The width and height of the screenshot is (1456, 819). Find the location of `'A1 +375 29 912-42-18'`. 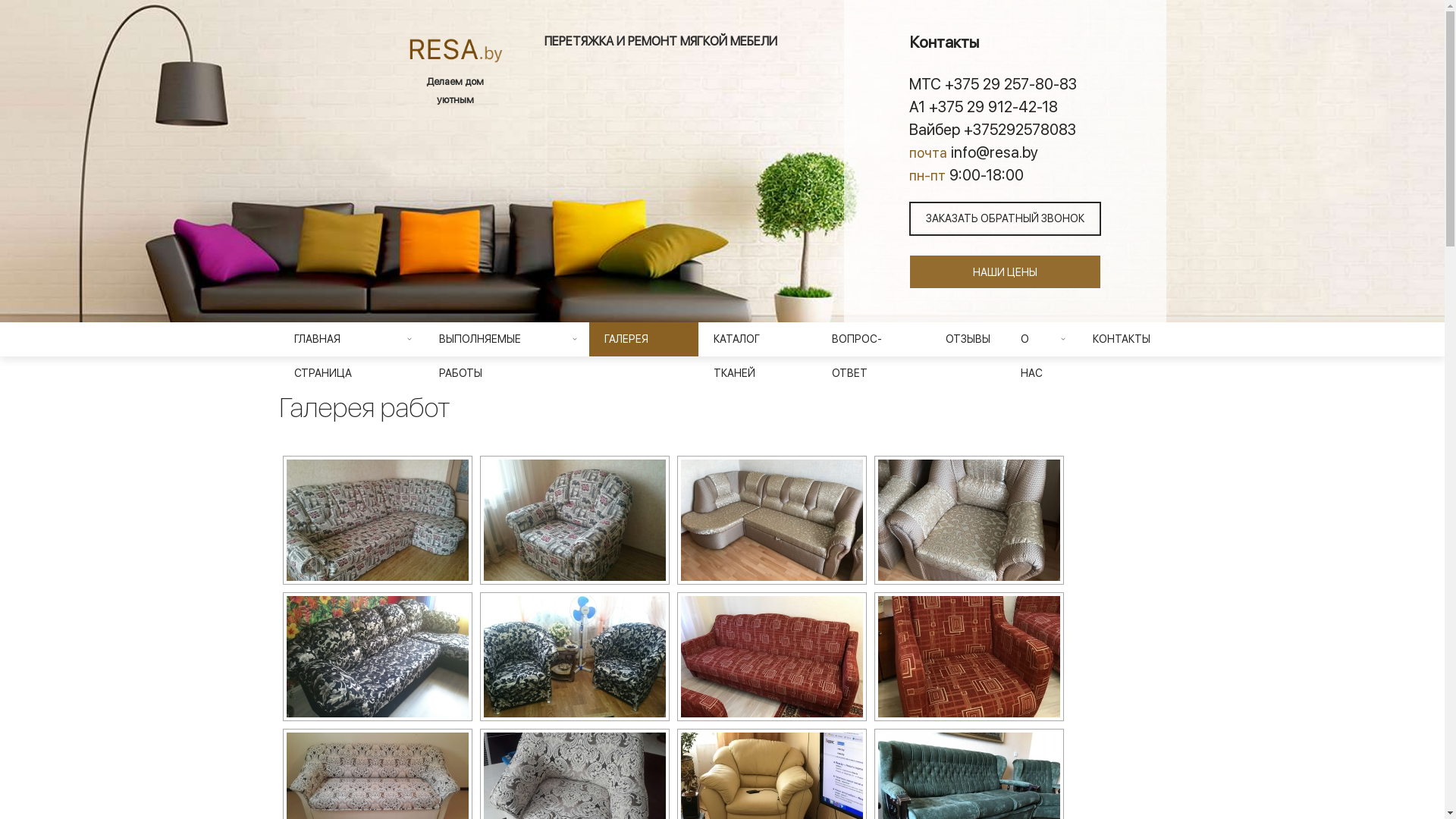

'A1 +375 29 912-42-18' is located at coordinates (1004, 105).